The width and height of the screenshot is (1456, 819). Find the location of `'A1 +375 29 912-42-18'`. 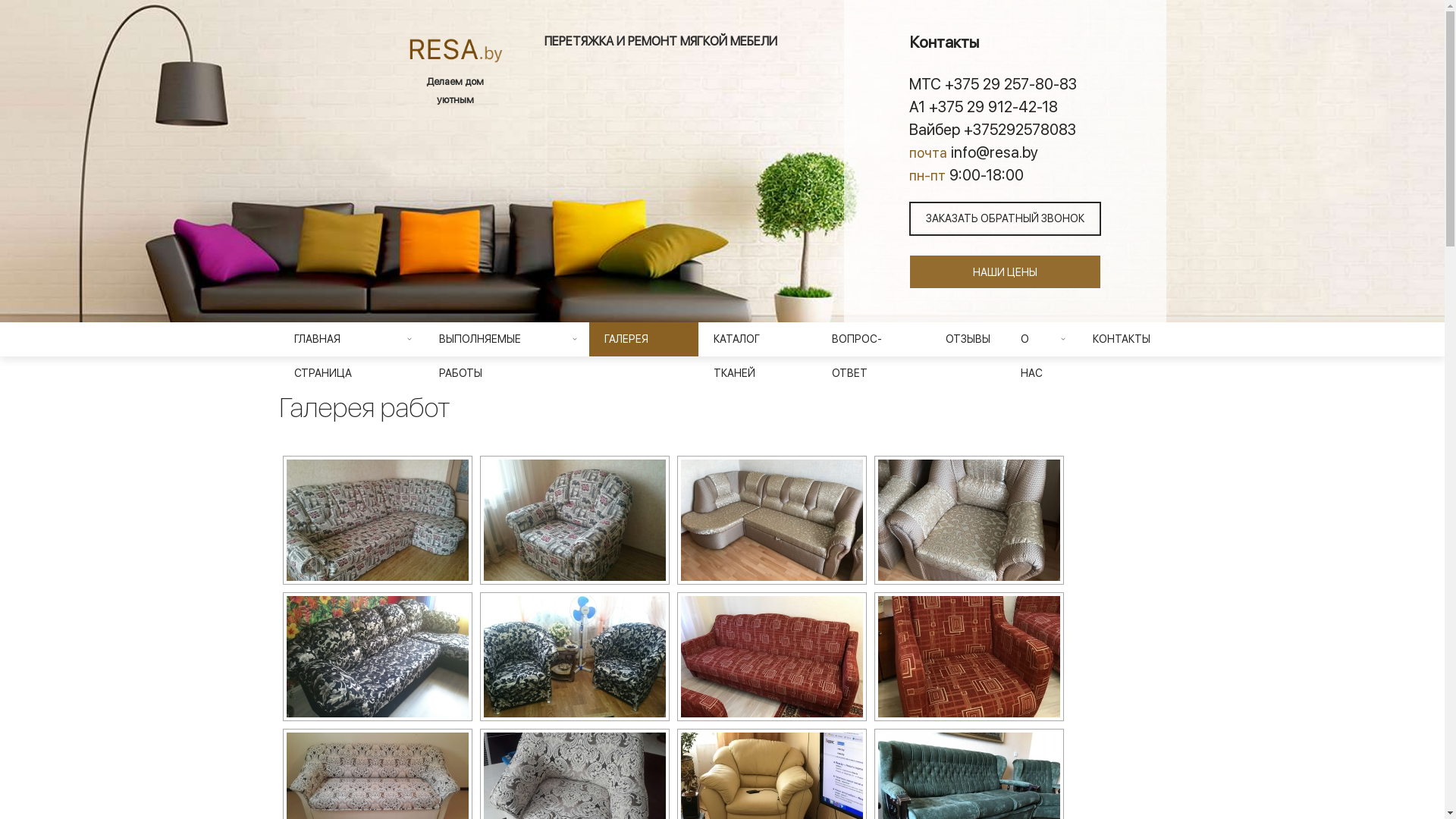

'A1 +375 29 912-42-18' is located at coordinates (1004, 105).